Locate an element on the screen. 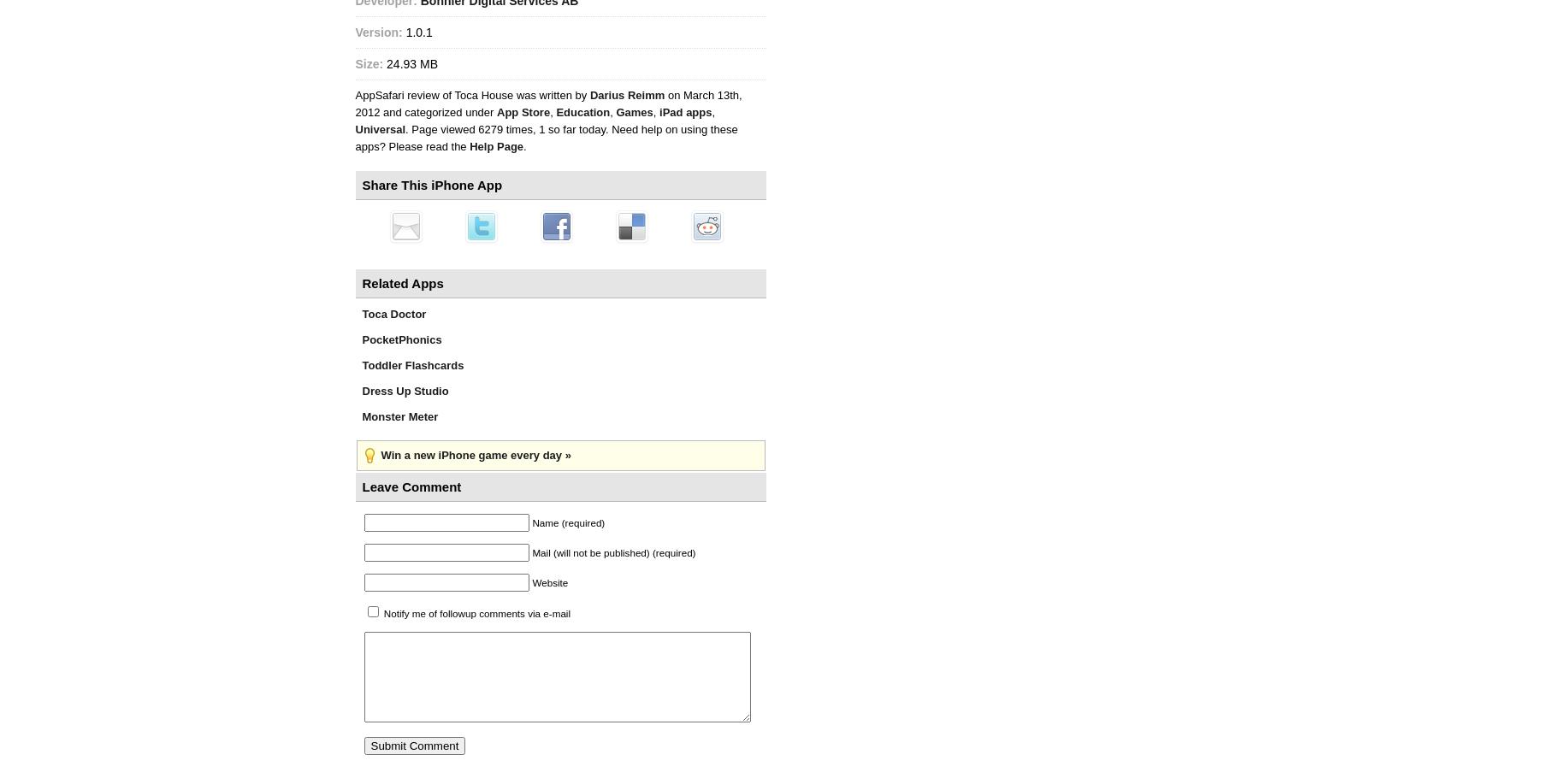  '.' is located at coordinates (524, 146).